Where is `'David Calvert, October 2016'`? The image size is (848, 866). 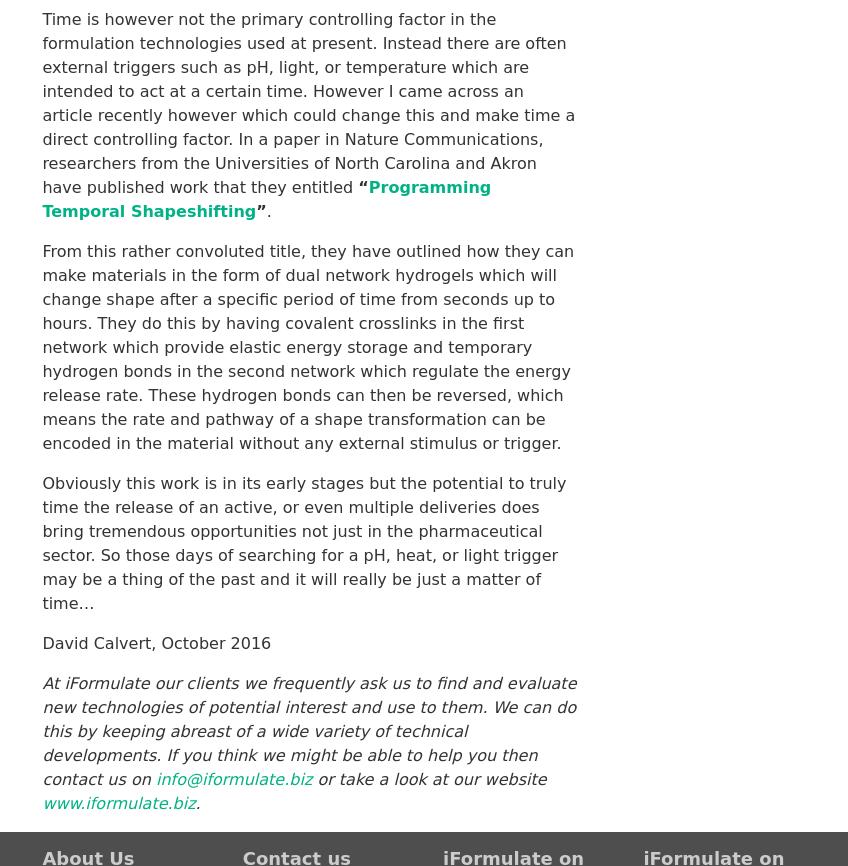
'David Calvert, October 2016' is located at coordinates (40, 642).